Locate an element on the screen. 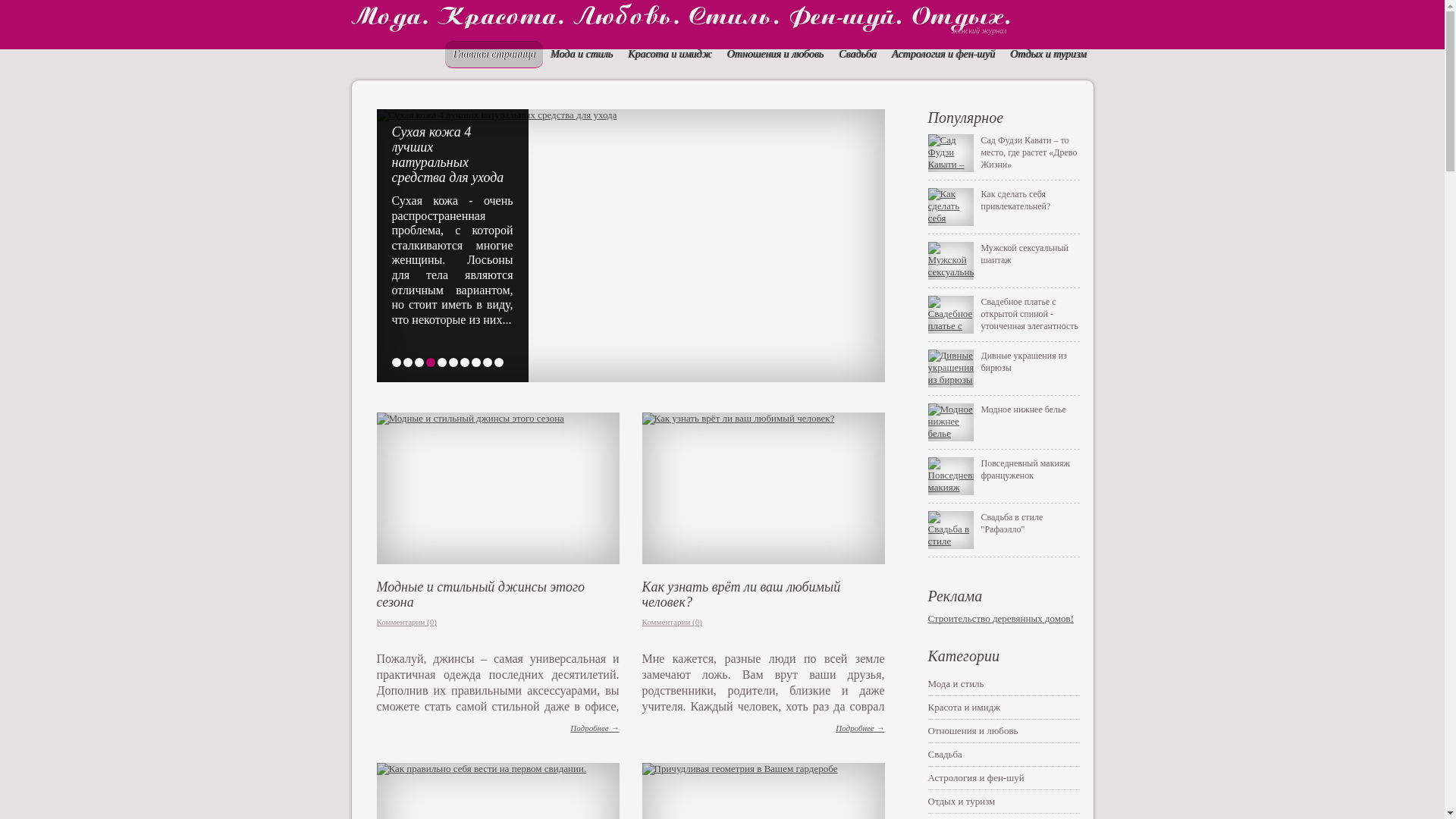 Image resolution: width=1456 pixels, height=819 pixels. '9' is located at coordinates (487, 362).